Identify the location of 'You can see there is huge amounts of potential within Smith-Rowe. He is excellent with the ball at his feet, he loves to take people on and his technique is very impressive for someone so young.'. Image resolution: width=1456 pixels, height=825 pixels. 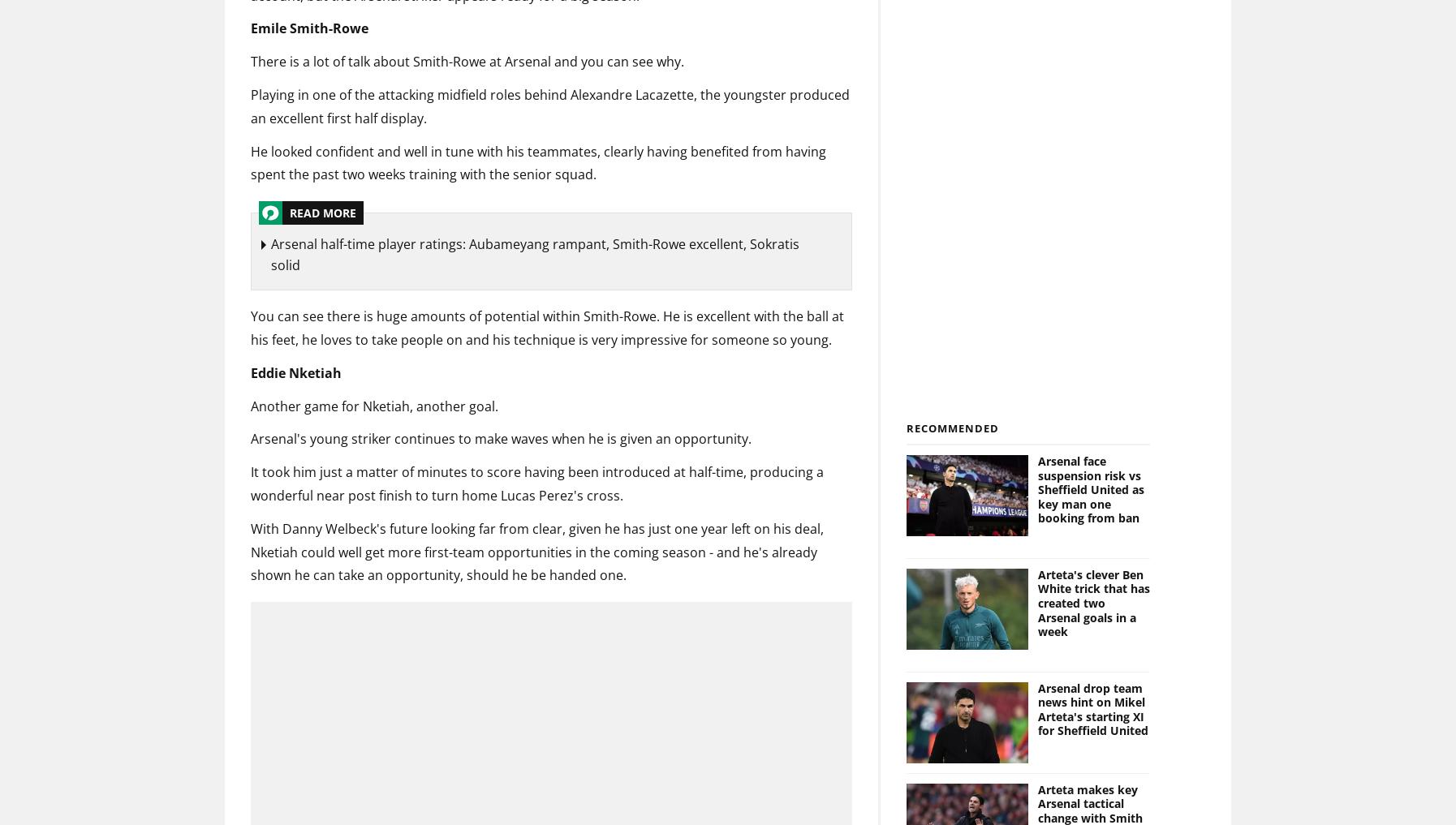
(249, 328).